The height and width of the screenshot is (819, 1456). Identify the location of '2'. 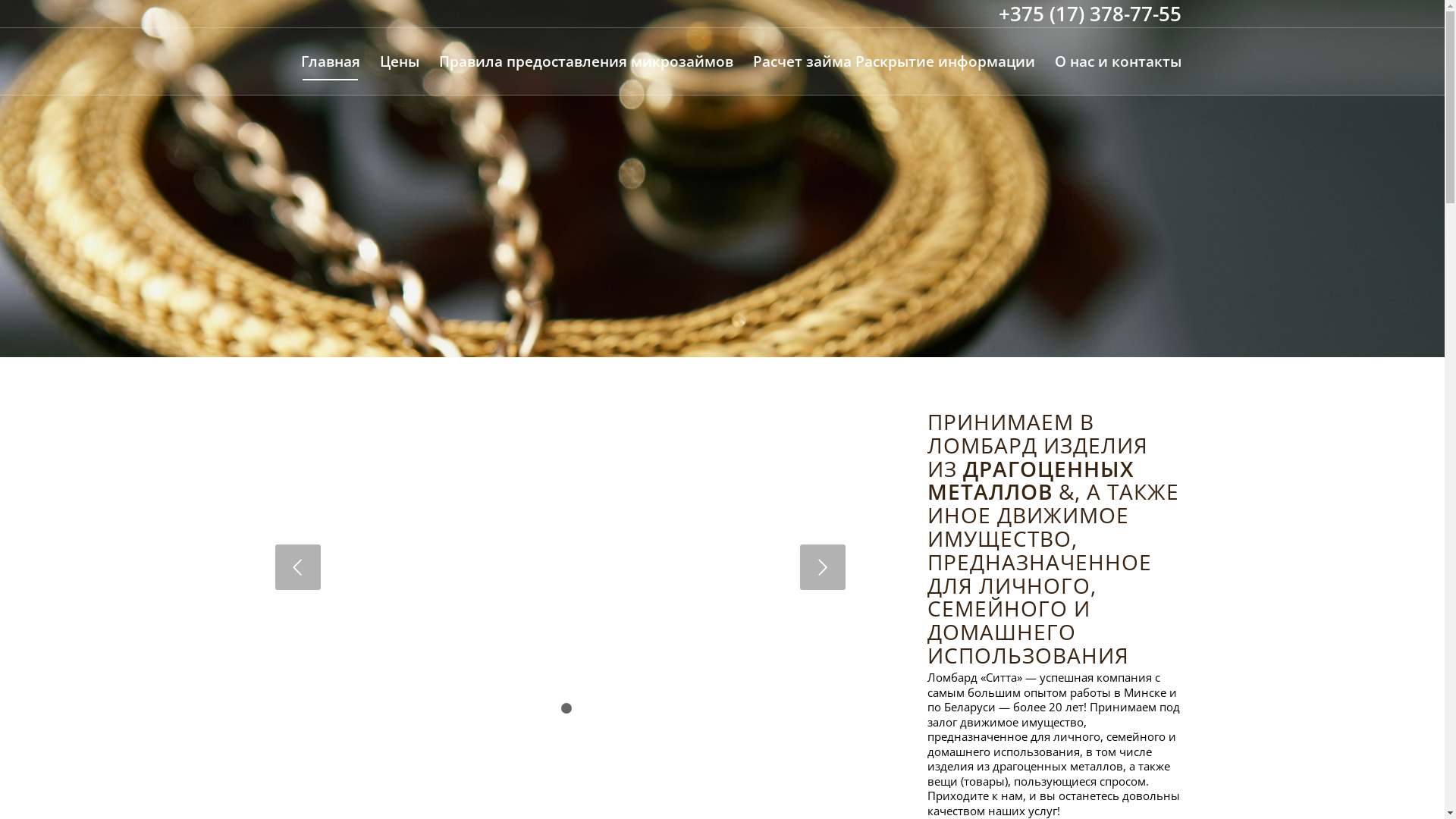
(566, 708).